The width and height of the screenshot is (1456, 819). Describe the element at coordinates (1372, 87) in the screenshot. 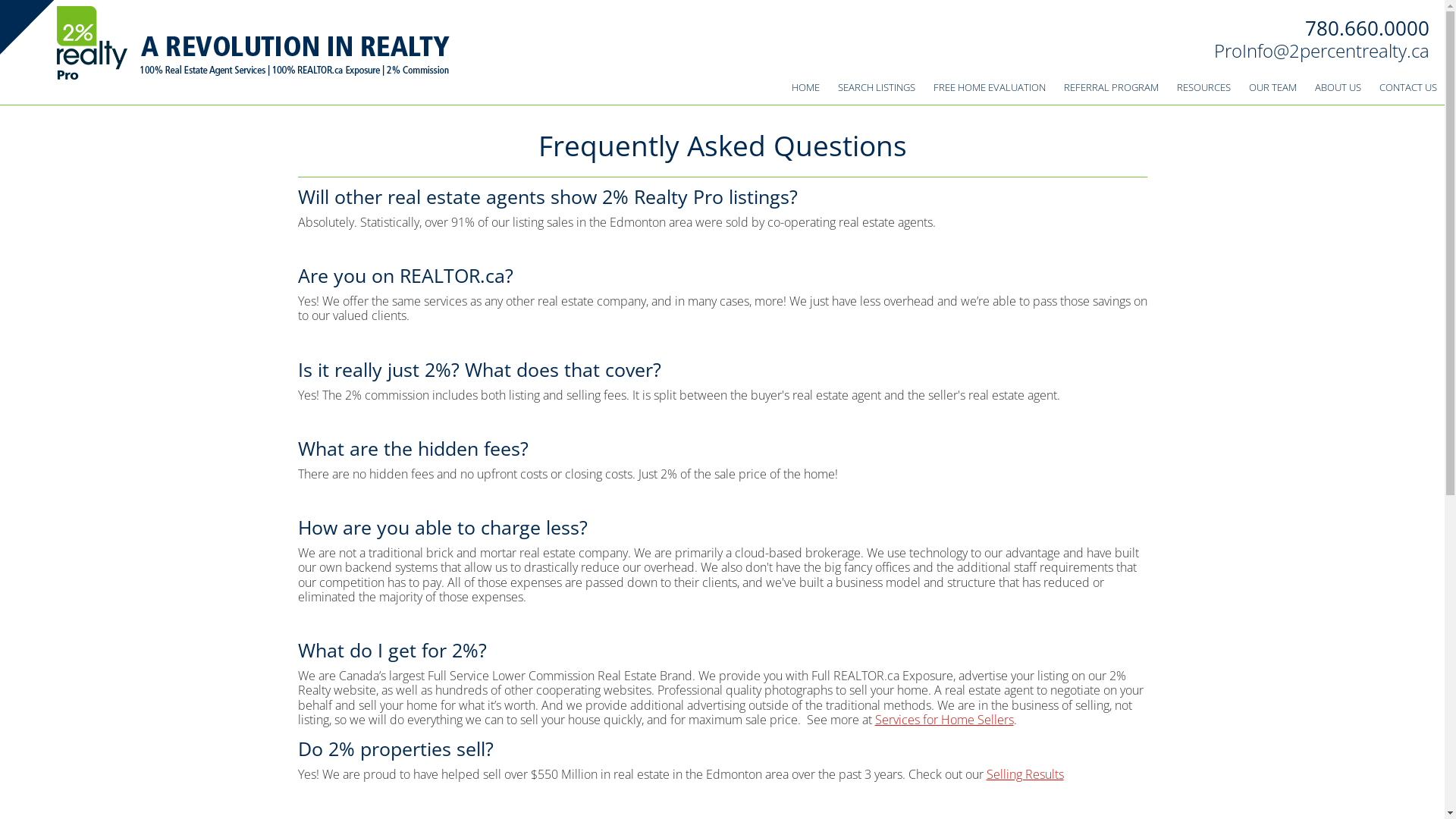

I see `'CONTACT US'` at that location.